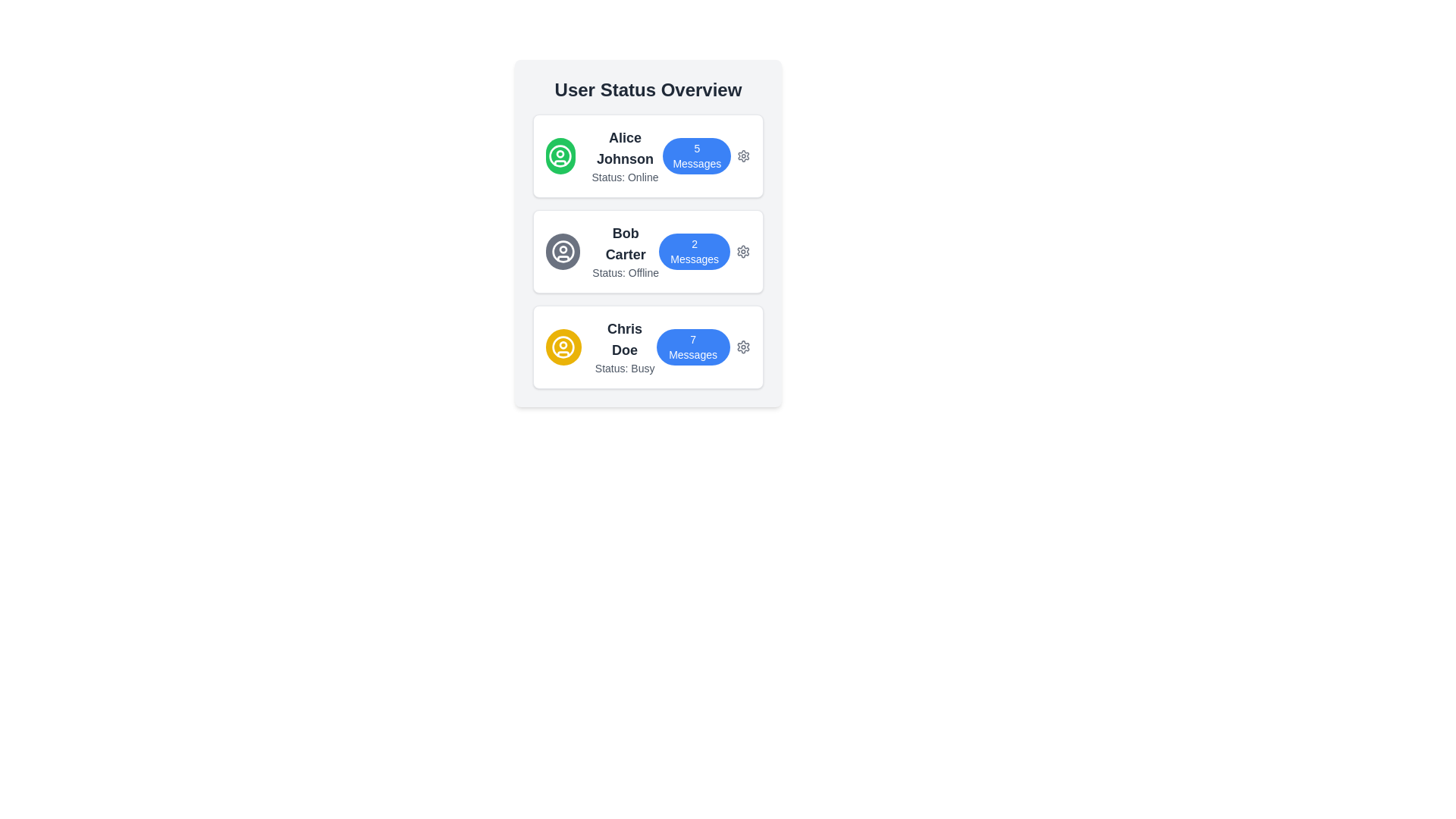 This screenshot has width=1456, height=819. Describe the element at coordinates (744, 155) in the screenshot. I see `the cogwheel icon button located to the right of the blue '5 Messages' button` at that location.